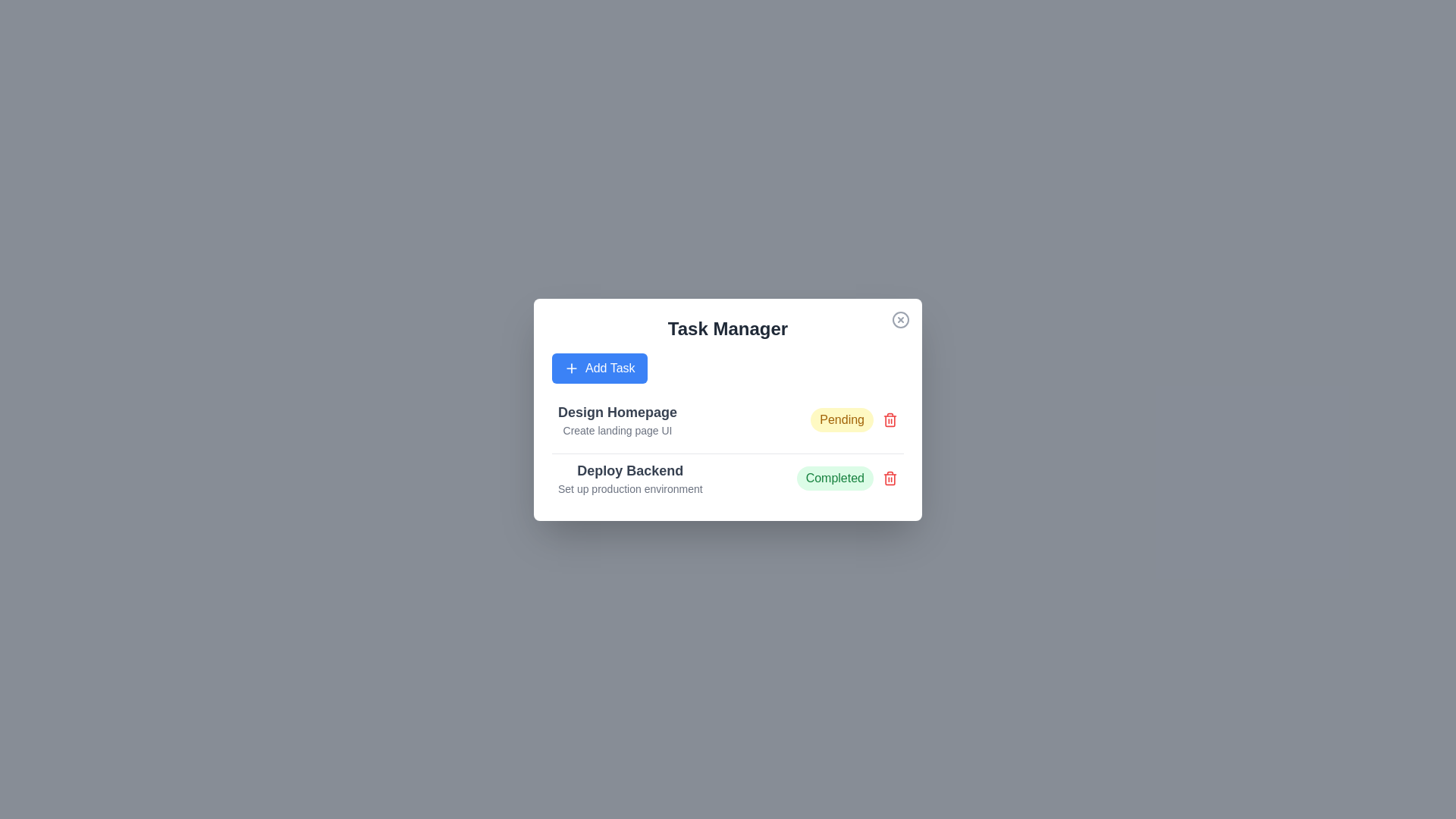 The image size is (1456, 819). Describe the element at coordinates (630, 469) in the screenshot. I see `the Text label that describes the task immediately following 'Design Homepage' in the task manager interface` at that location.